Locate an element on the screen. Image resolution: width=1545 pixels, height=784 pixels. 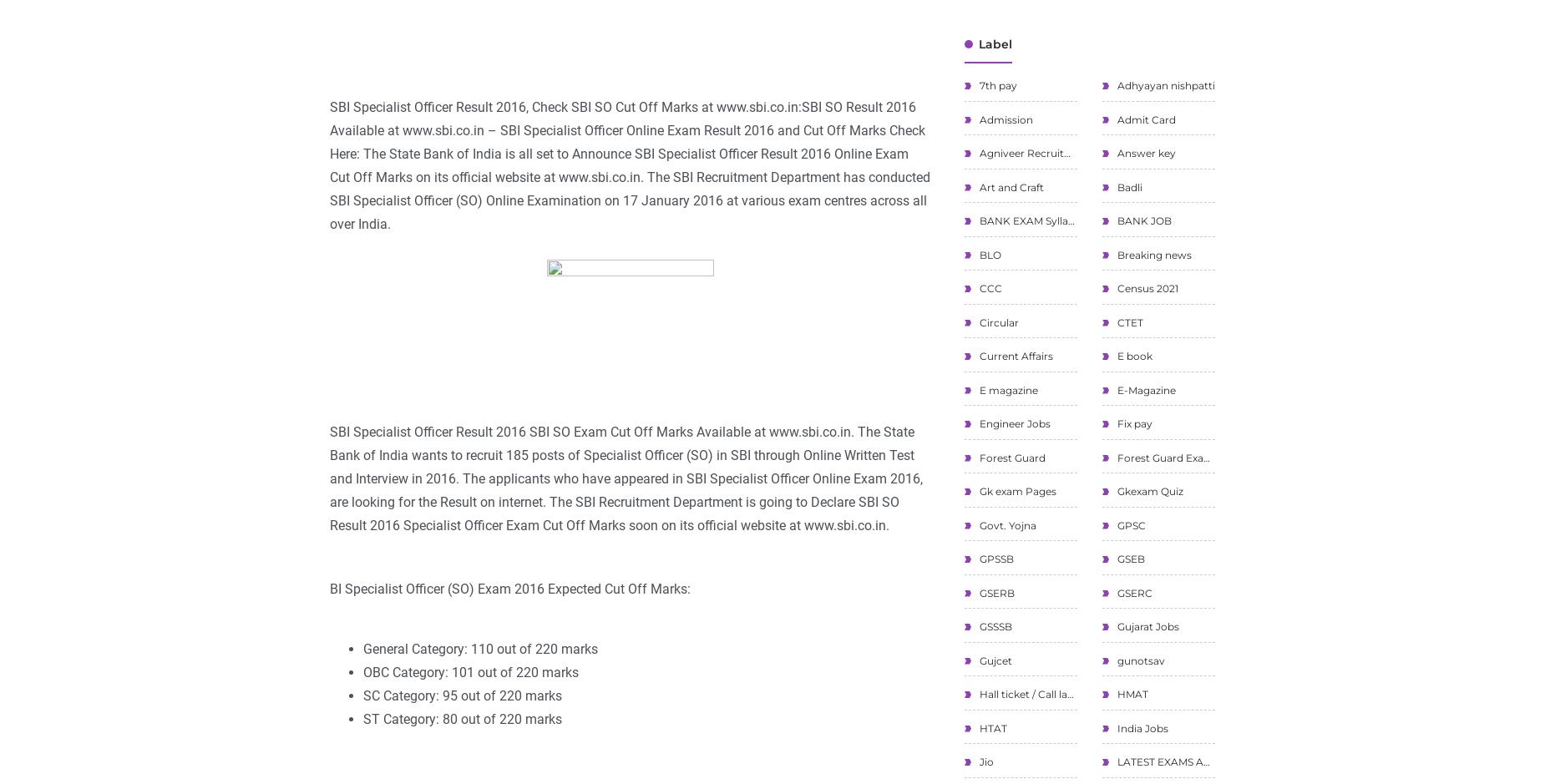
'GPSSB' is located at coordinates (994, 559).